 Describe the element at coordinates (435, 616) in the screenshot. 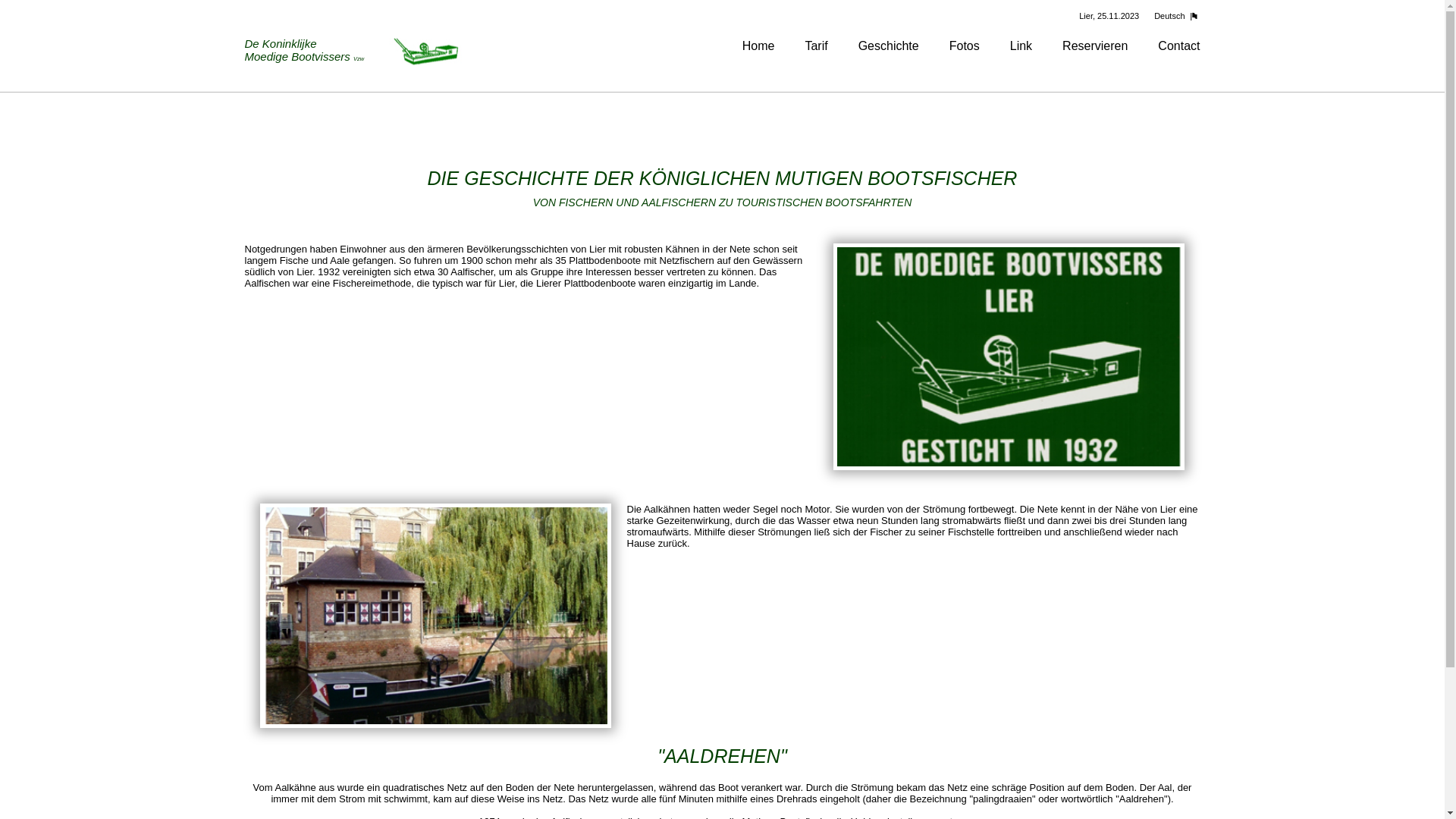

I see `'Een kijkje op een van de boten op de Nete'` at that location.